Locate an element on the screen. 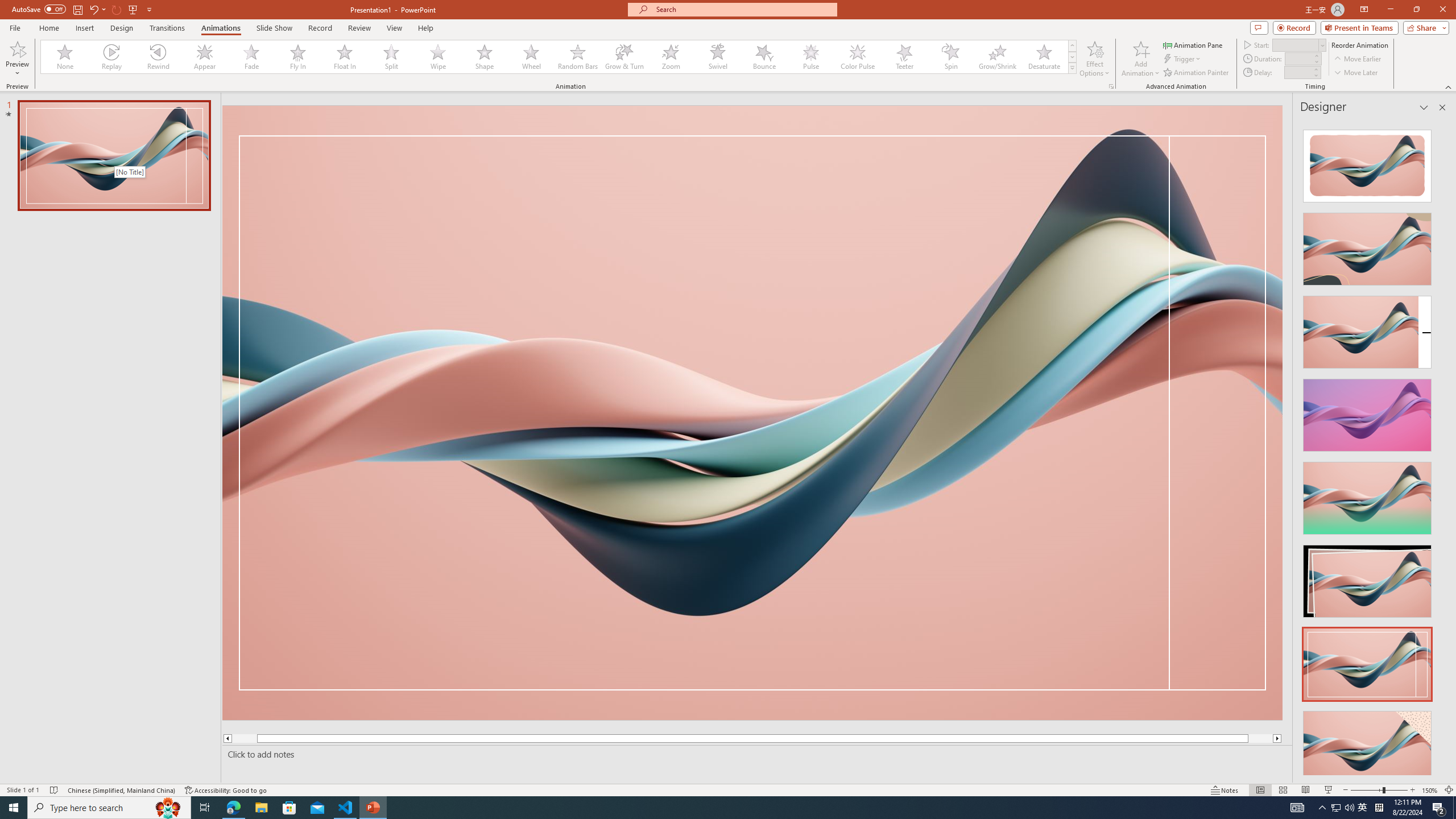  'Appear' is located at coordinates (204, 56).